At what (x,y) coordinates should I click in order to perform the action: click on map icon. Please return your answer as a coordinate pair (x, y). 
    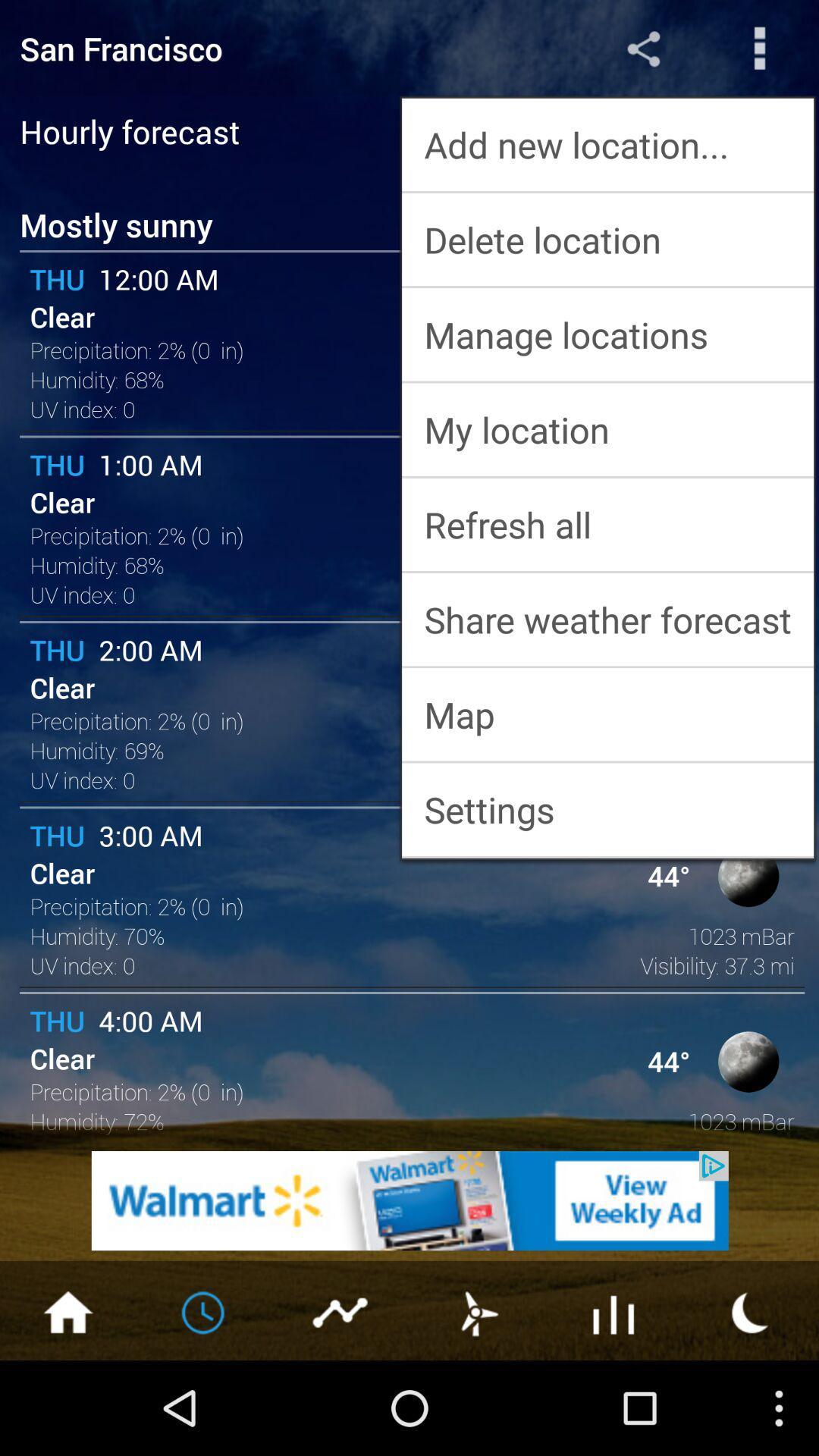
    Looking at the image, I should click on (607, 714).